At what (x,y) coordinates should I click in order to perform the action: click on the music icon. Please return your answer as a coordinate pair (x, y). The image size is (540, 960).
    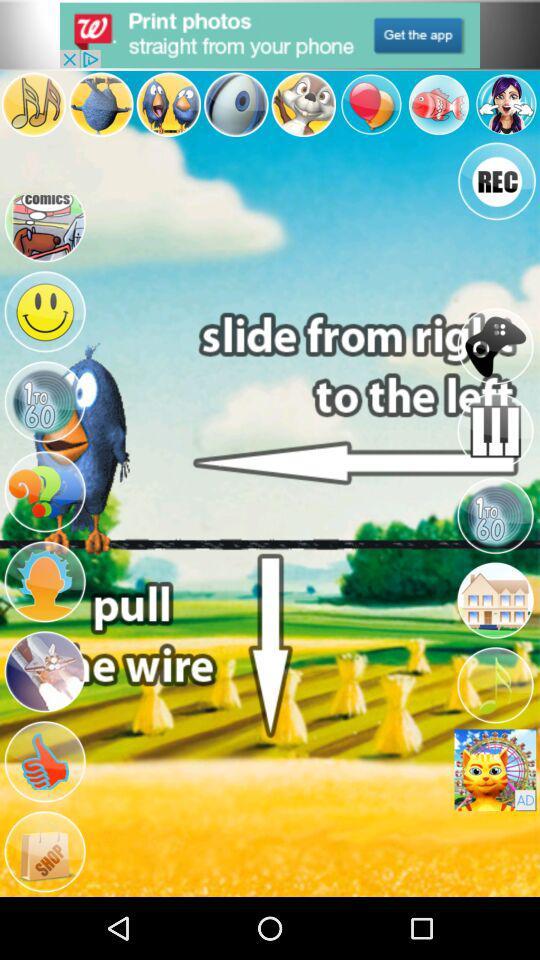
    Looking at the image, I should click on (32, 111).